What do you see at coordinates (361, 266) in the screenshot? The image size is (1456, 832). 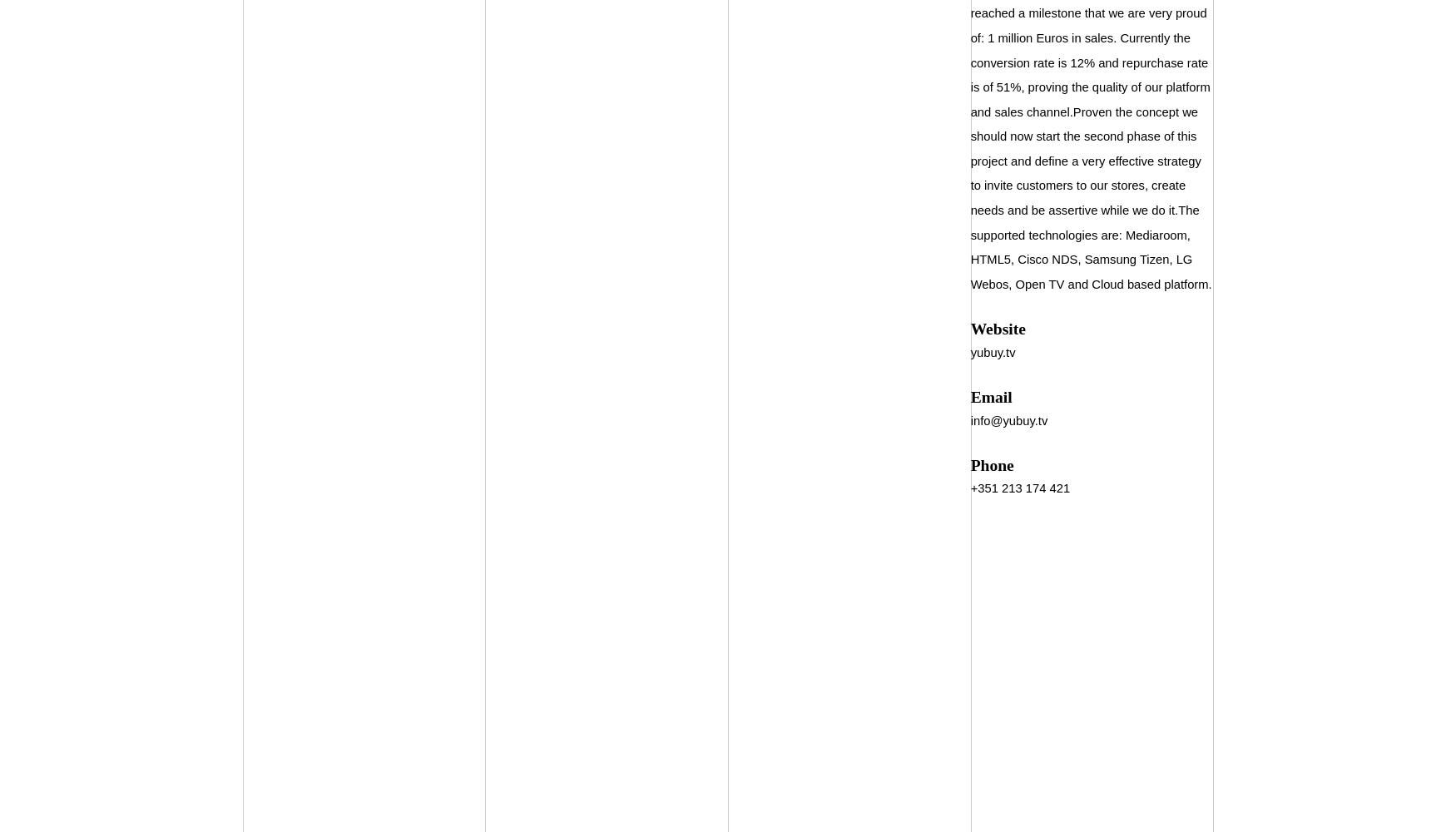 I see `'Press'` at bounding box center [361, 266].